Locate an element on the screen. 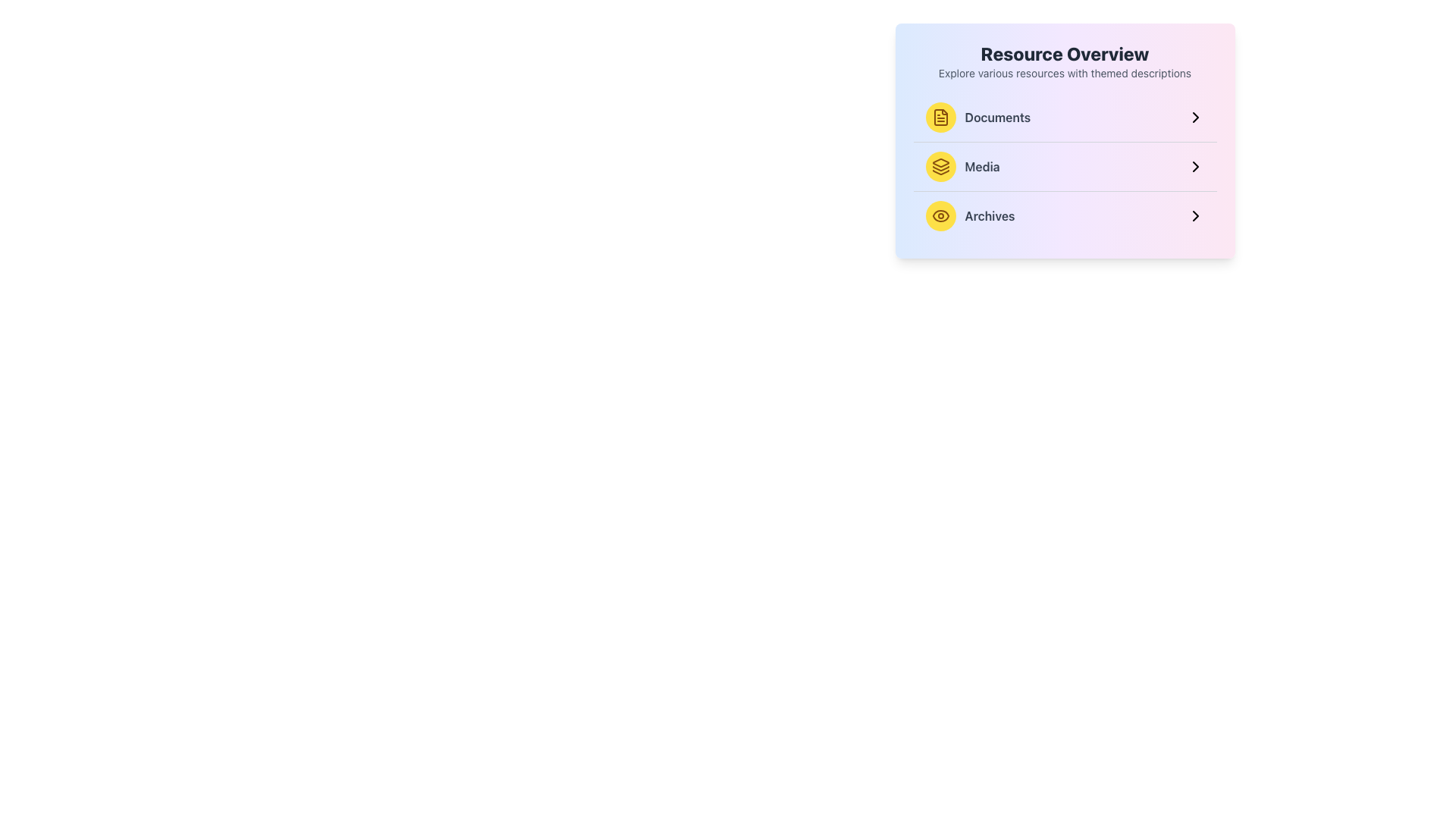 This screenshot has width=1456, height=819. the text label reading 'Documents', which is part of a vertically aligned list within a card interface and positioned to the right of a document icon is located at coordinates (997, 116).